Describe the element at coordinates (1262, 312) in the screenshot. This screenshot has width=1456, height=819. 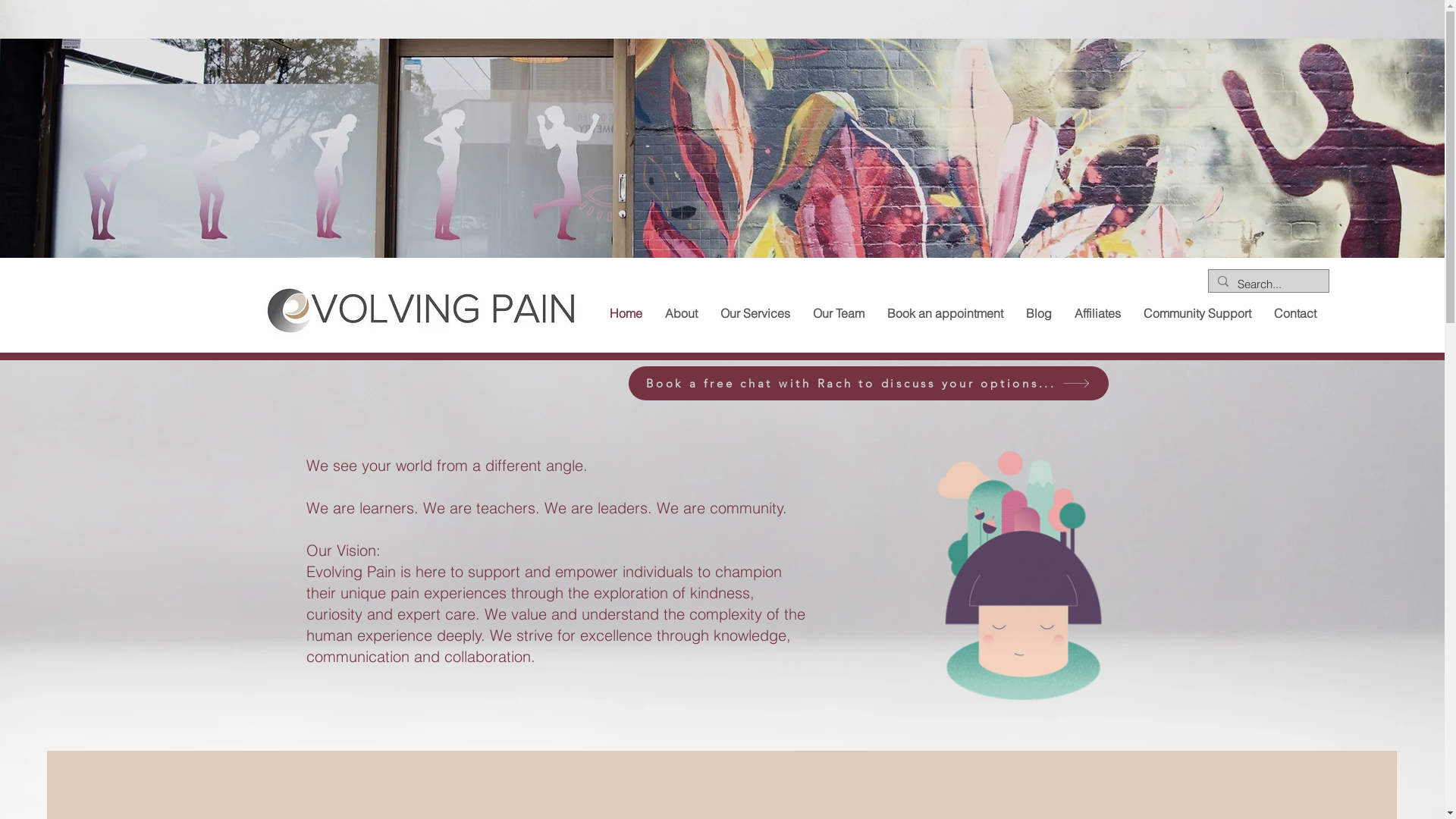
I see `'Contact'` at that location.